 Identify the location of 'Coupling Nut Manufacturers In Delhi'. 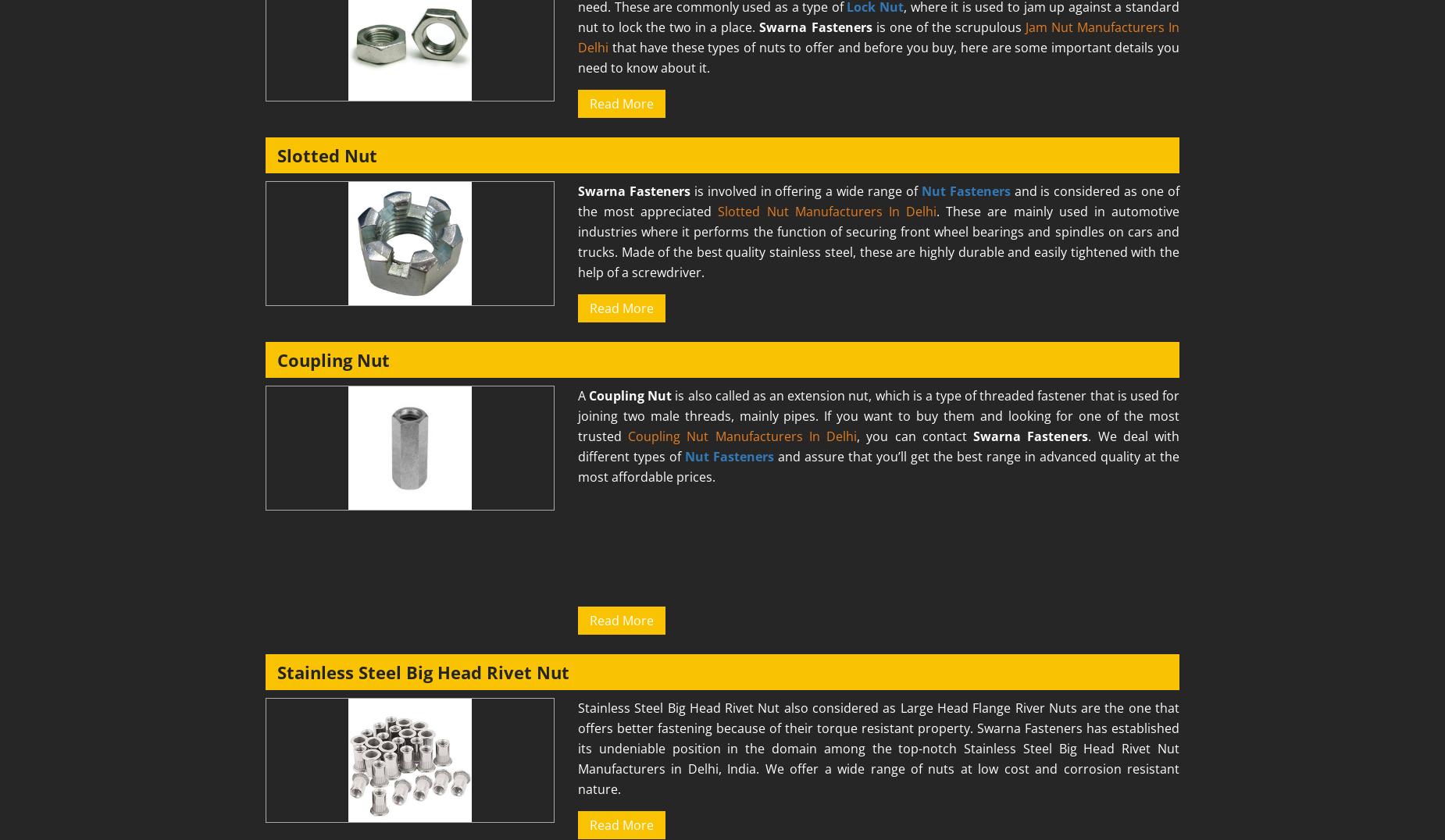
(741, 435).